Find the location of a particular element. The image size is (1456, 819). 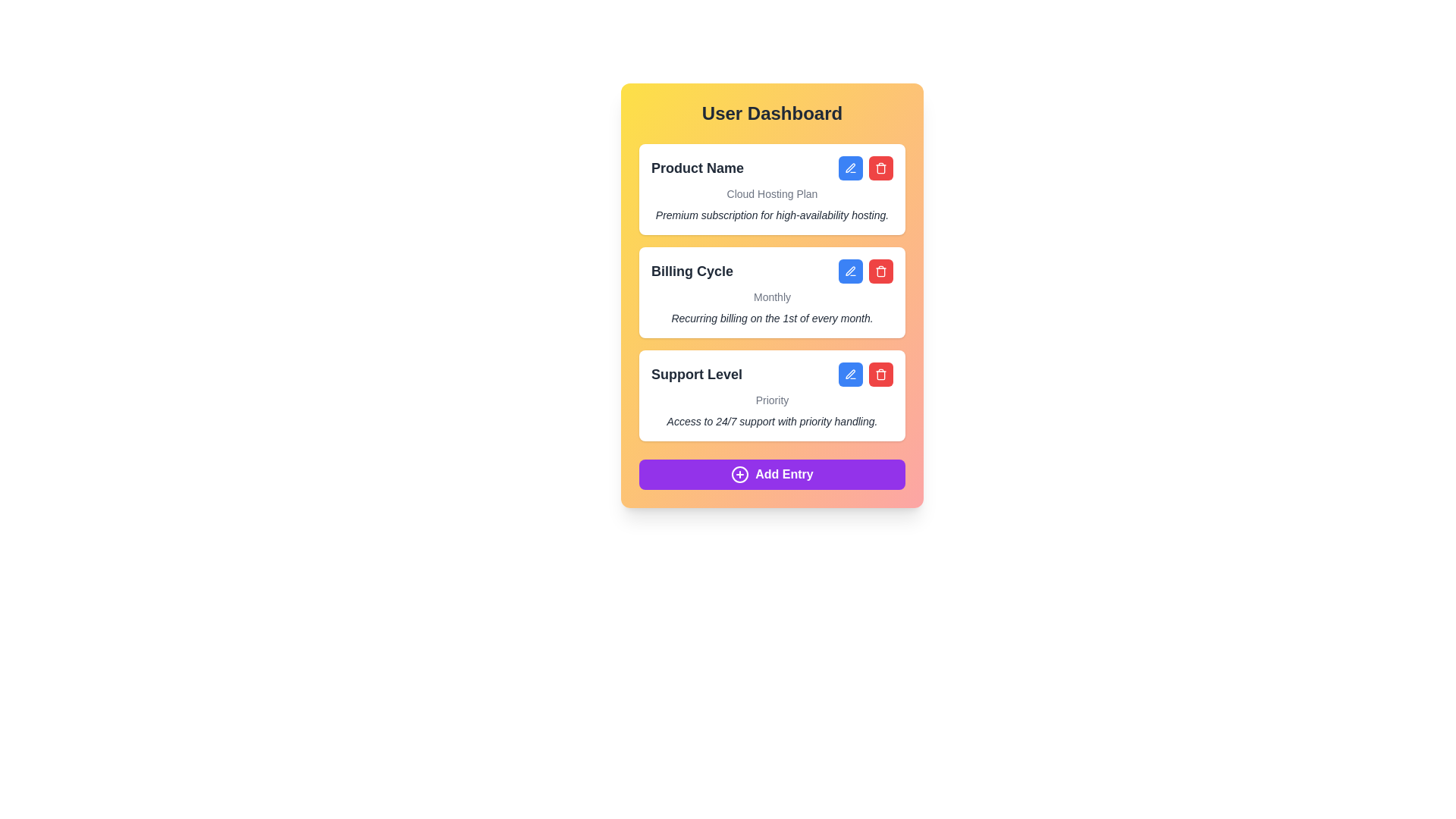

the pen icon button located to the right of the 'Billing Cycle' label to initiate editing the associated data is located at coordinates (850, 270).